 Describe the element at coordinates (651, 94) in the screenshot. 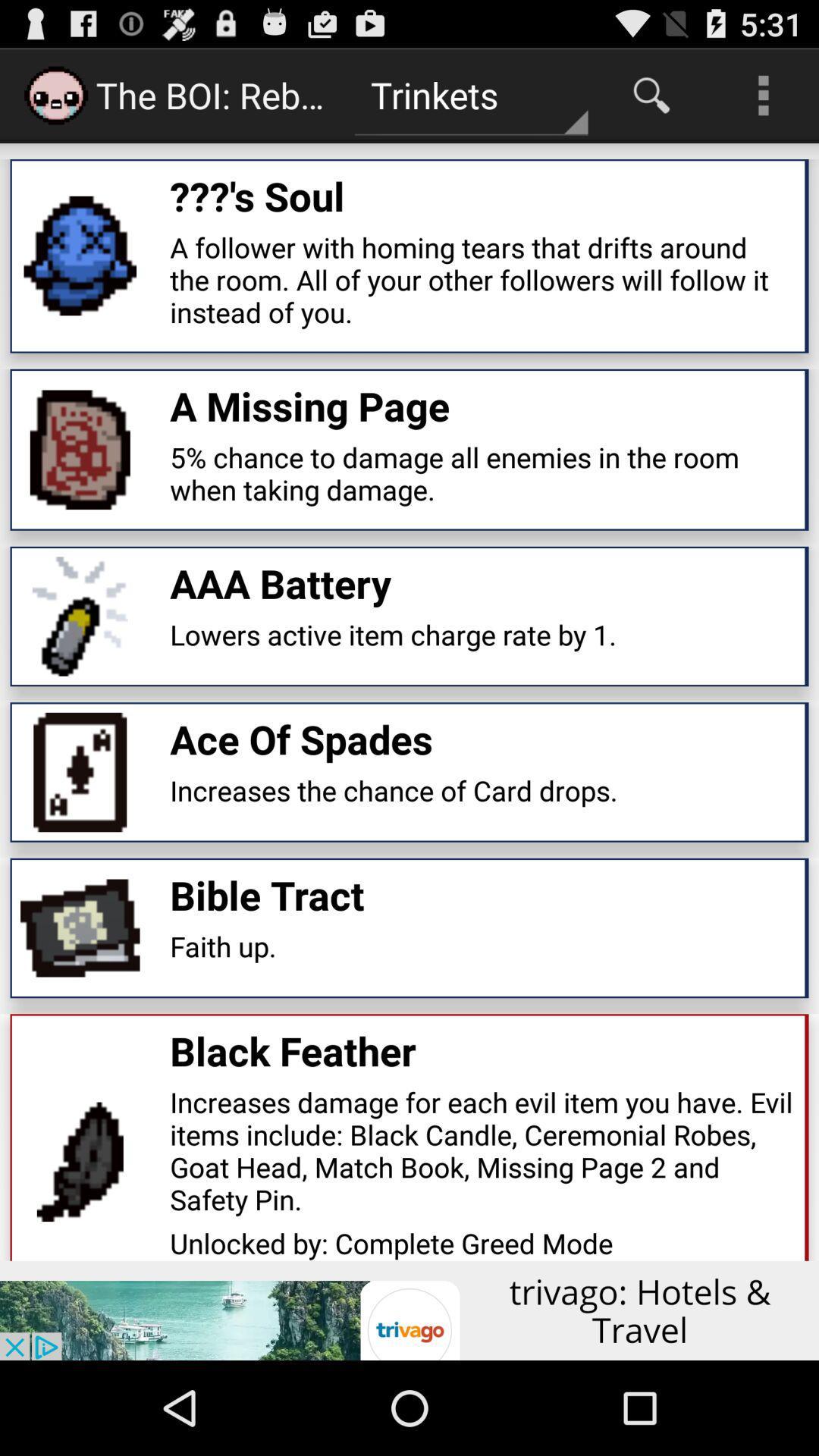

I see `search icon` at that location.